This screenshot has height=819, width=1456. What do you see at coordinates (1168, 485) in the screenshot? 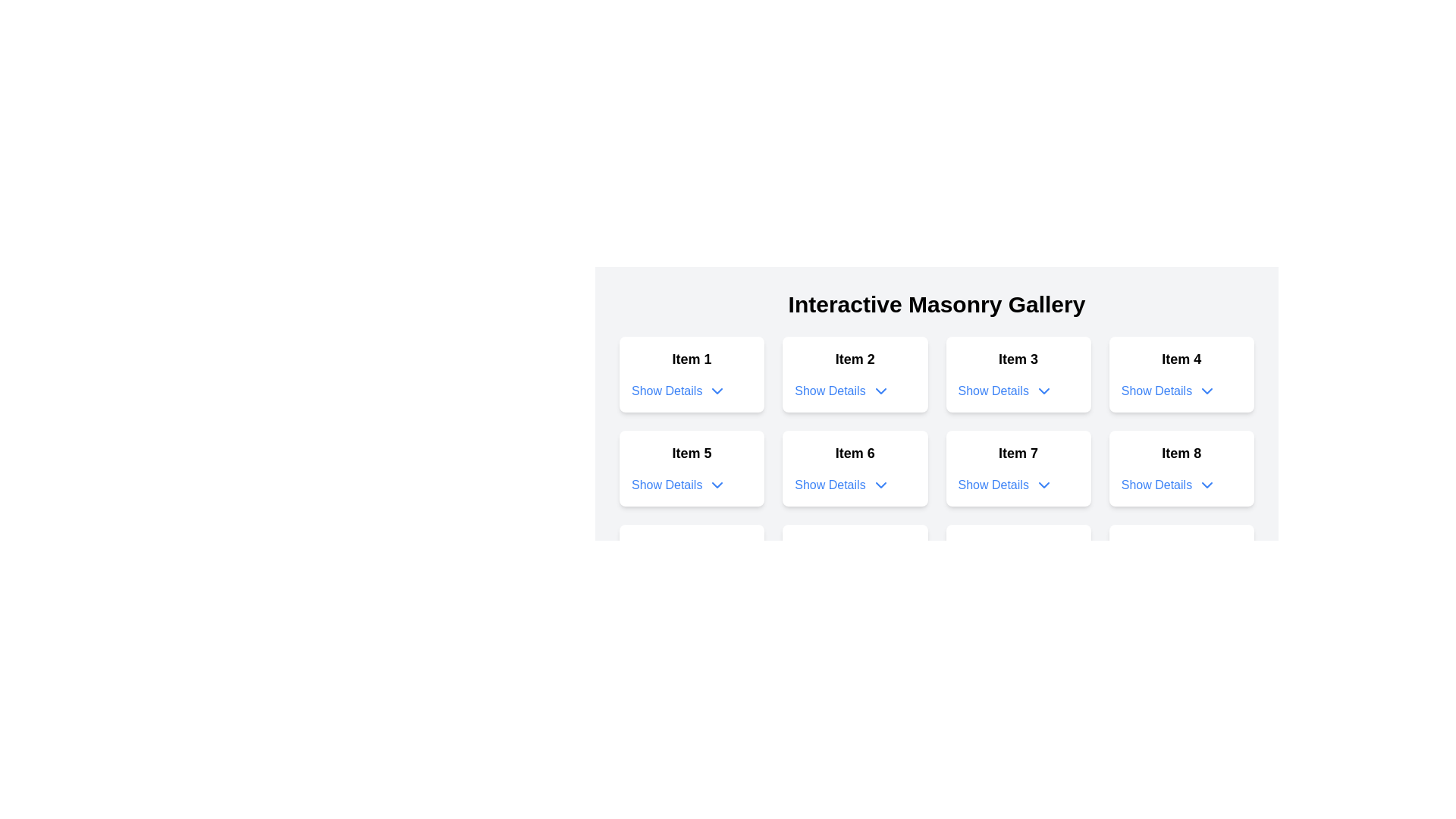
I see `the 'Details' button located at the lower-right corner of Item 8 in the Interactive Masonry Gallery` at bounding box center [1168, 485].